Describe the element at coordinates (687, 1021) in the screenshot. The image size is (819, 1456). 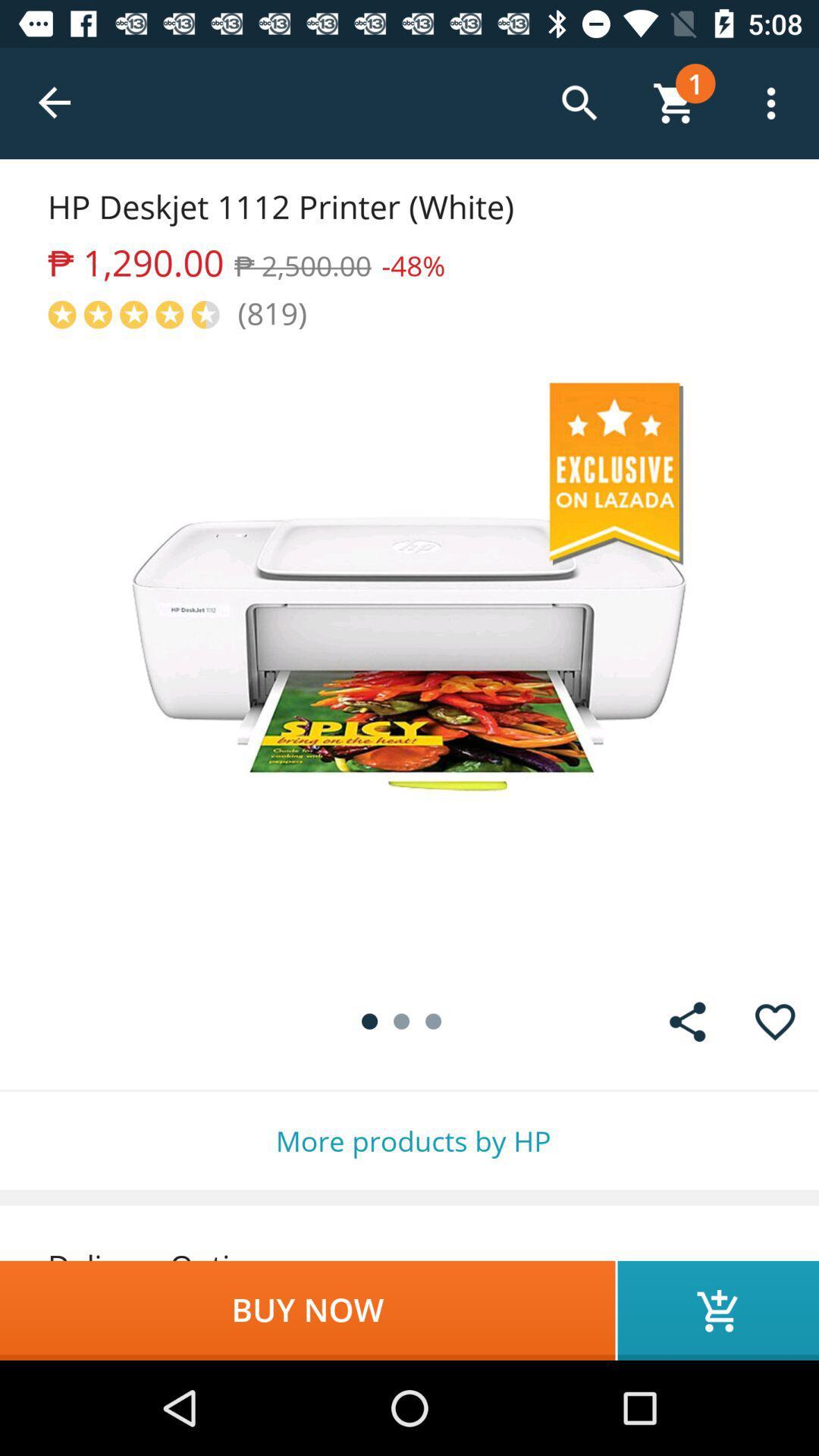
I see `the item above more products by item` at that location.